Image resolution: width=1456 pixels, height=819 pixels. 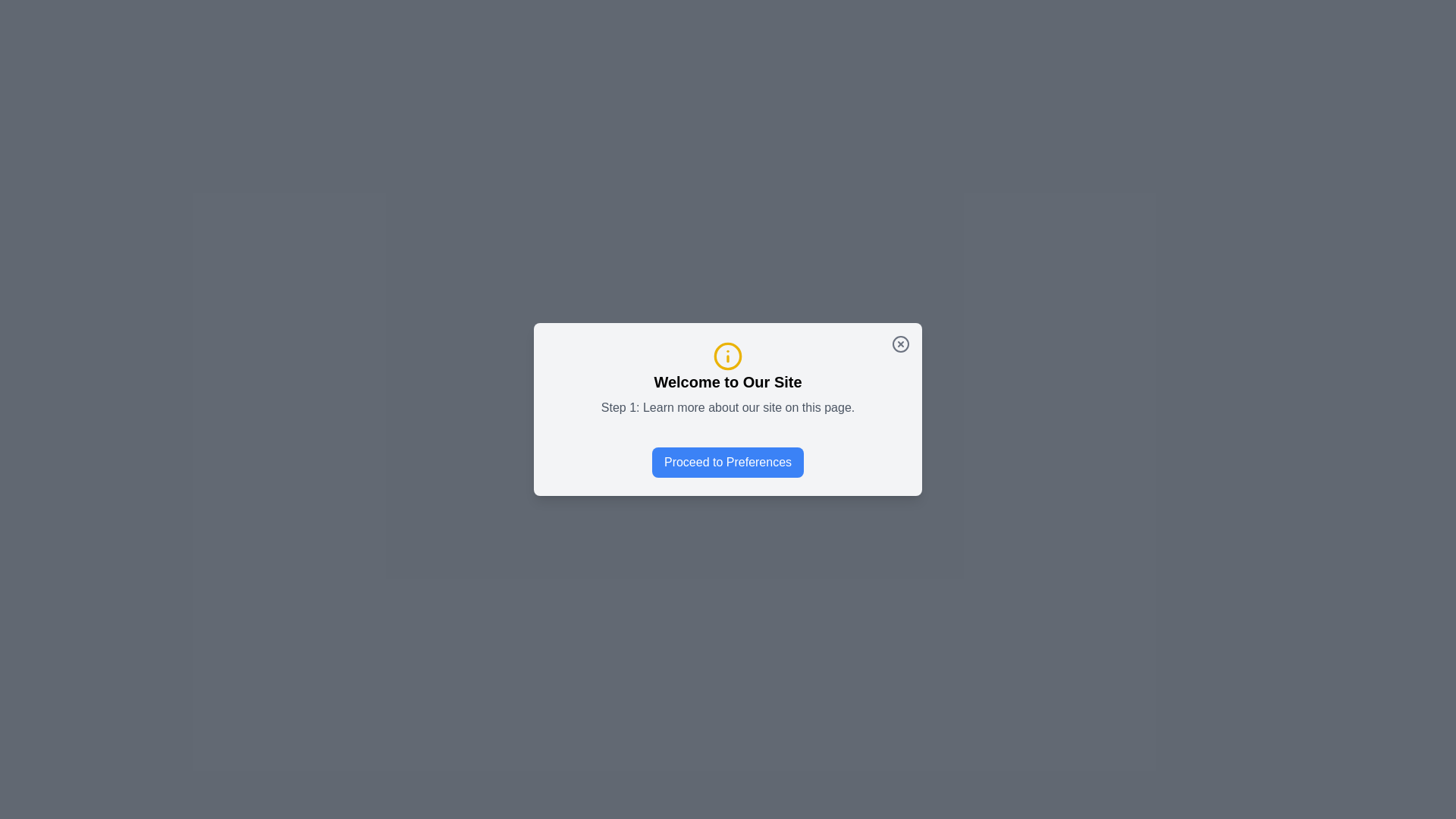 I want to click on the informational icon above the title, so click(x=728, y=356).